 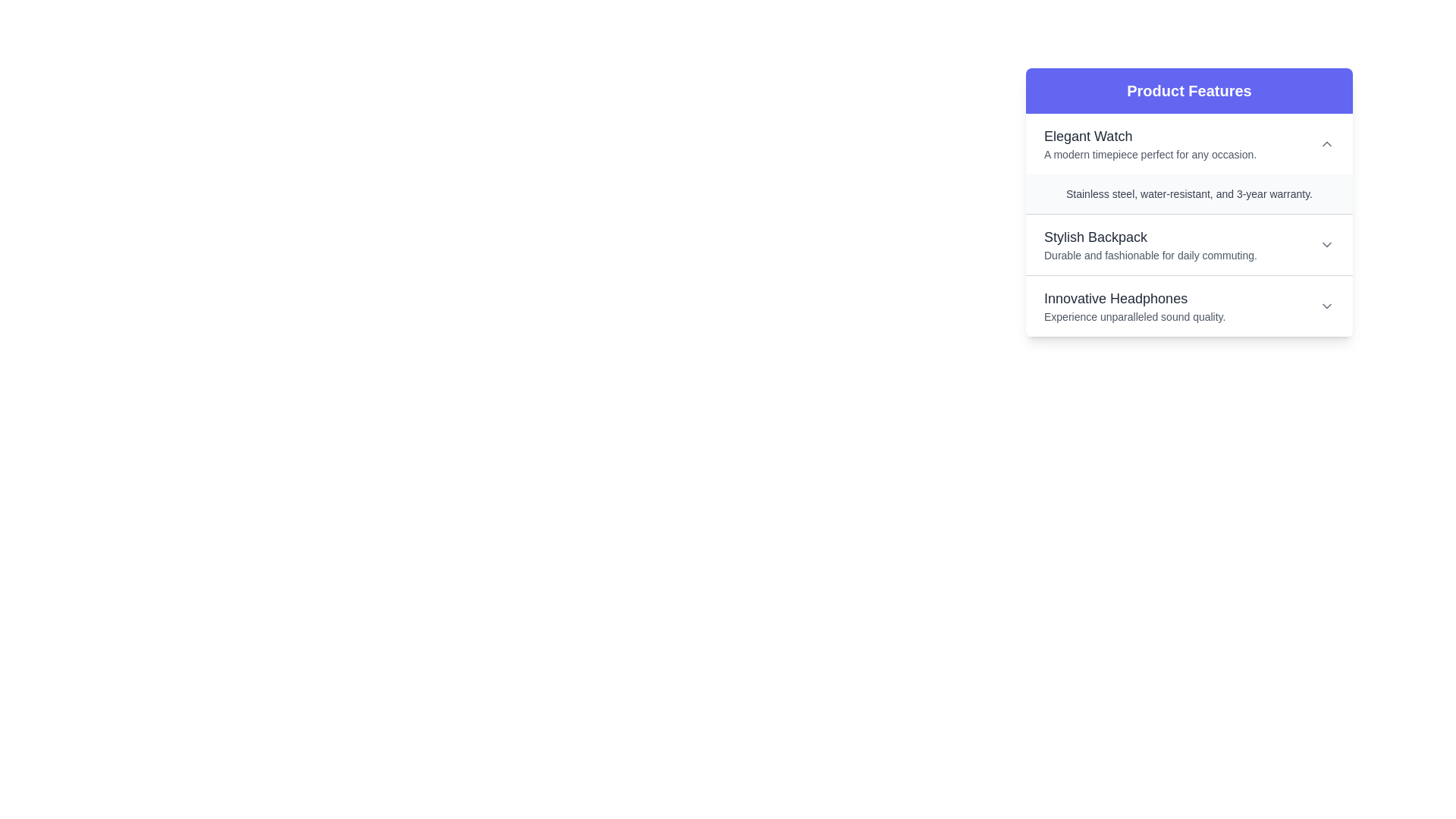 What do you see at coordinates (1326, 244) in the screenshot?
I see `the downward-pointing chevron icon styled in gray, located to the far-right of the text 'Stylish Backpack'` at bounding box center [1326, 244].